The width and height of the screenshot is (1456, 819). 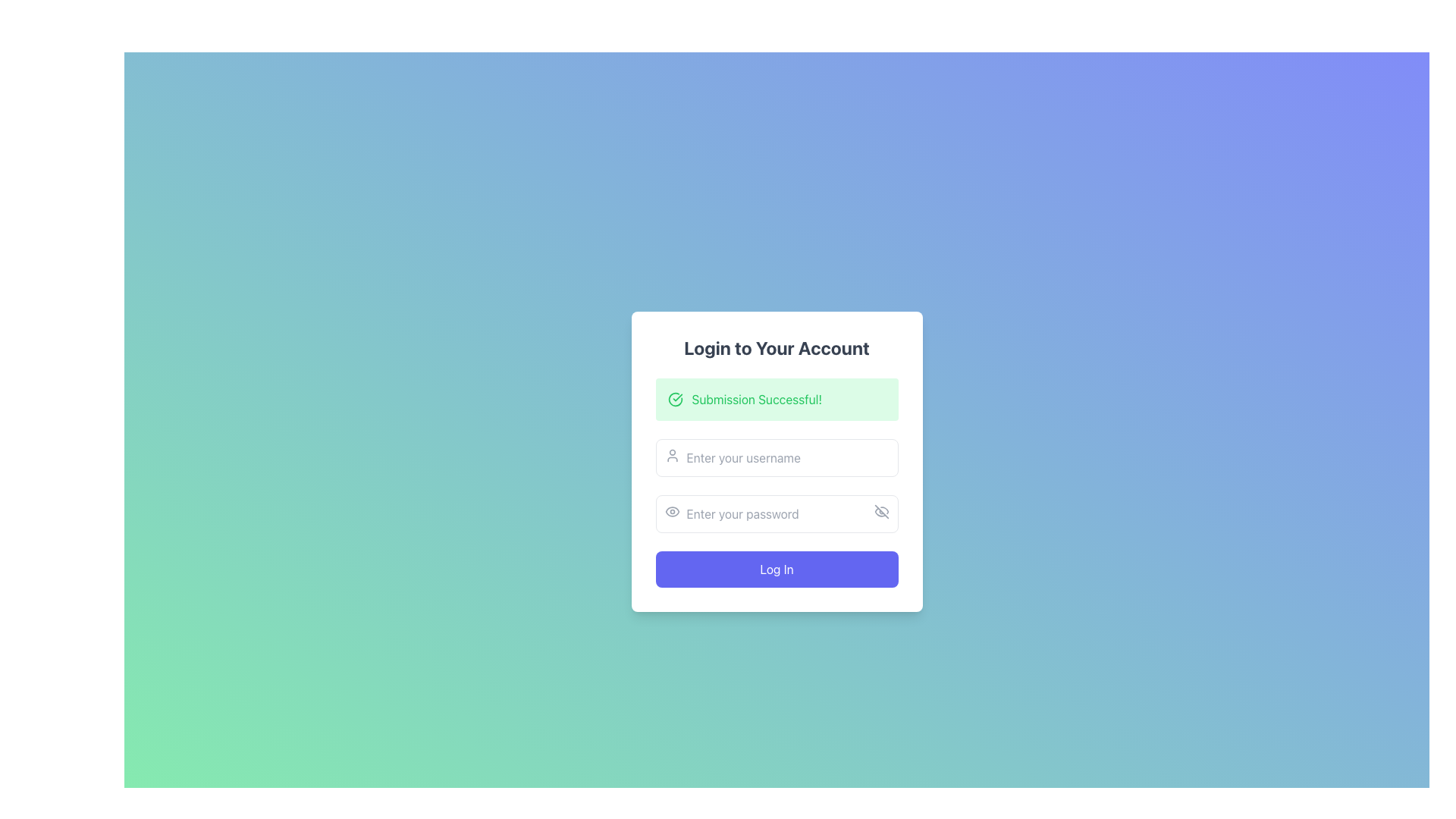 I want to click on the username input field icon located on the left side of the field, which serves as a visual indicator for the username input, so click(x=671, y=455).